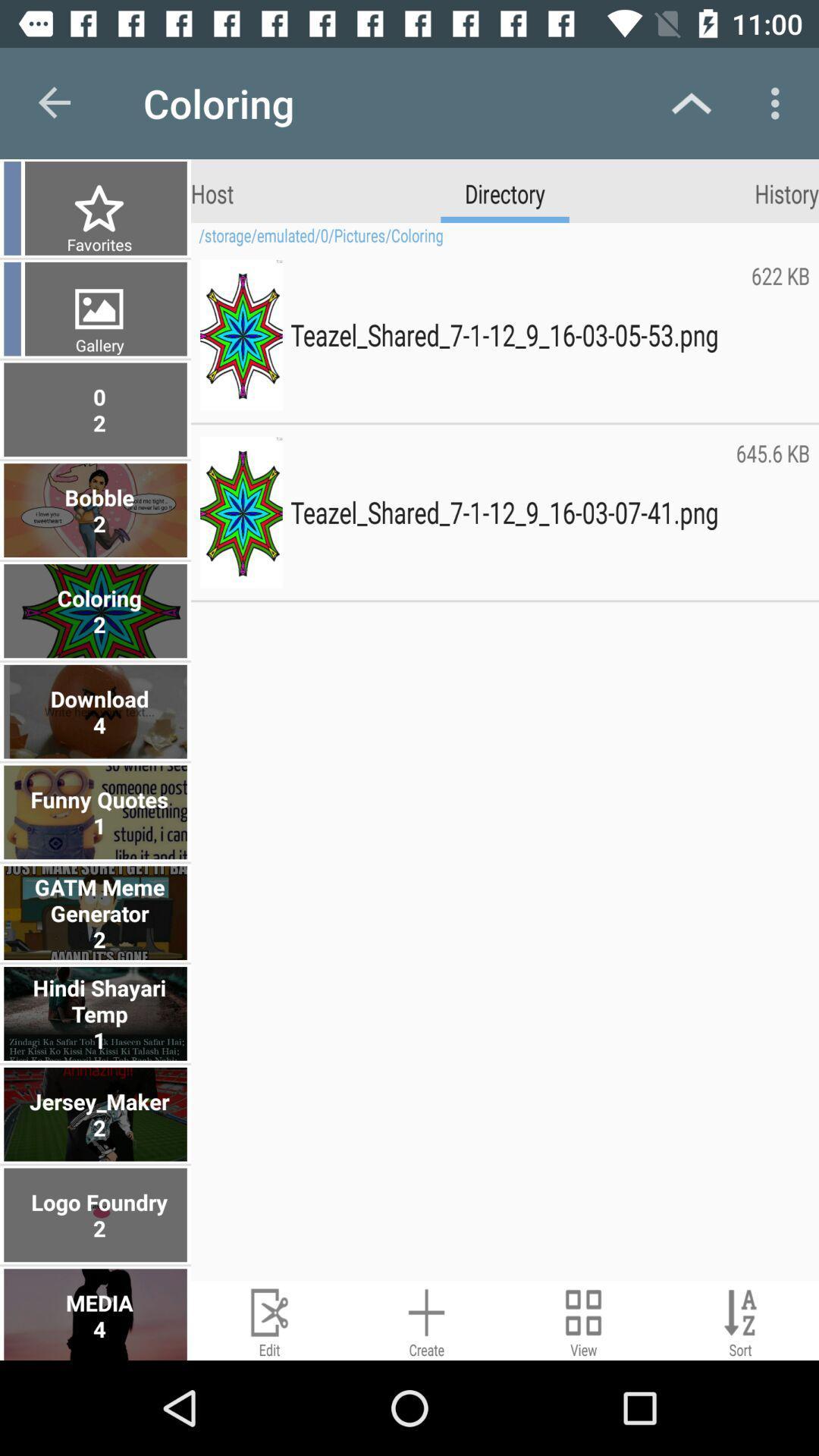 The width and height of the screenshot is (819, 1456). What do you see at coordinates (97, 244) in the screenshot?
I see `item next to the storage emulated 0 item` at bounding box center [97, 244].